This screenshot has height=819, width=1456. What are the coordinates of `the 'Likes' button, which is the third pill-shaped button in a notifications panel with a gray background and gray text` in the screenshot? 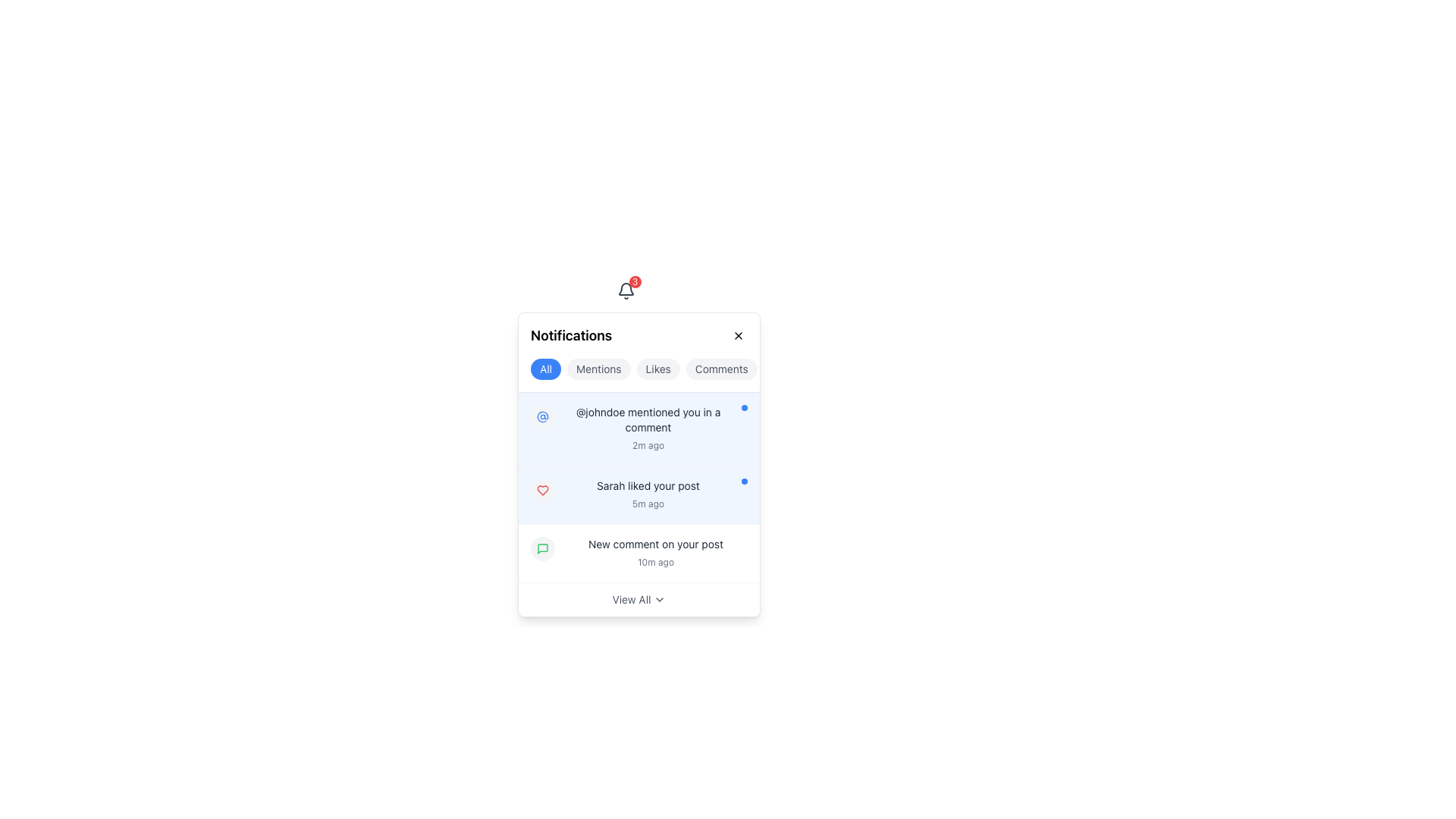 It's located at (658, 369).